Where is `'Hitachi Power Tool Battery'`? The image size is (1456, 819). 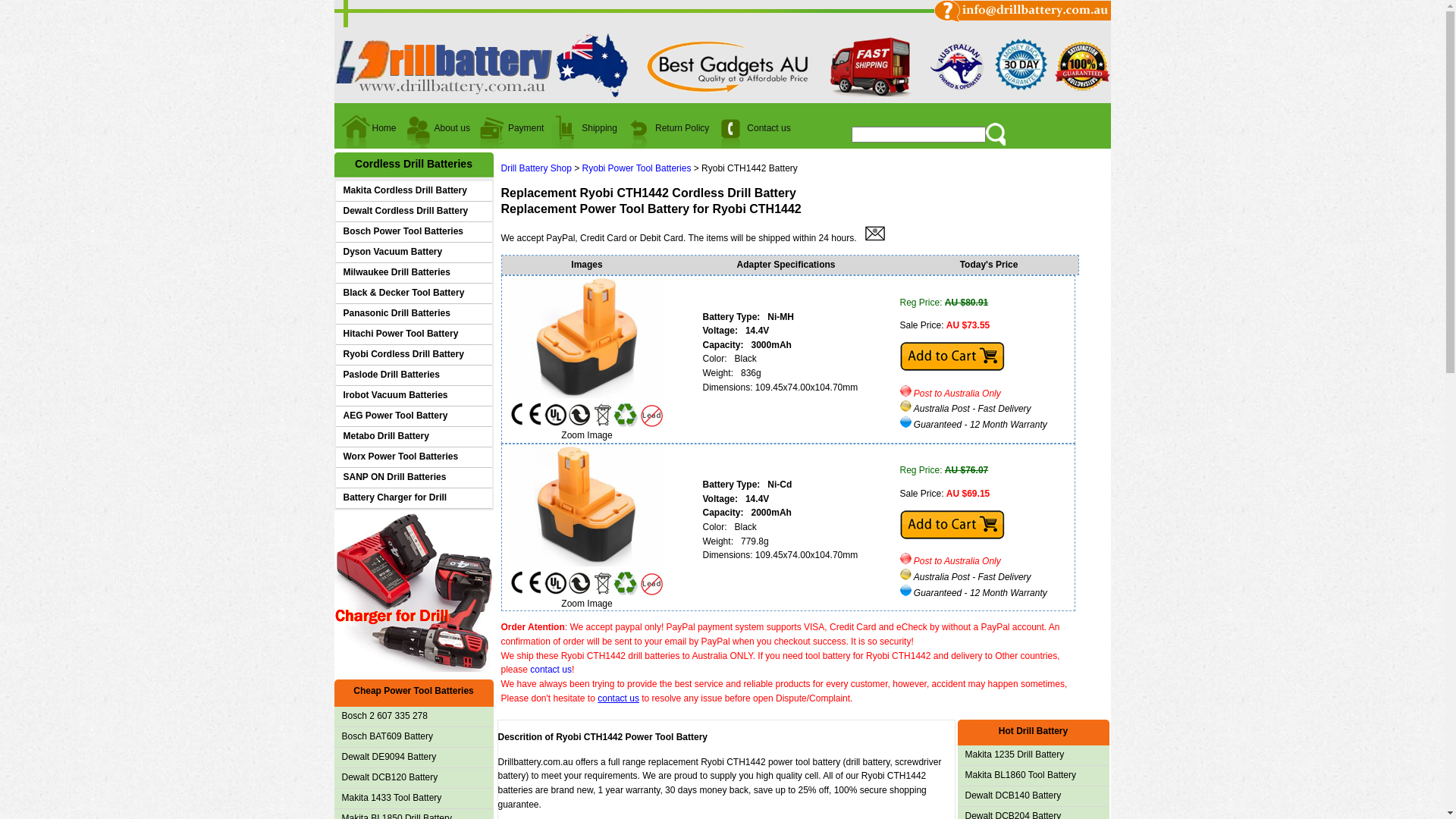
'Hitachi Power Tool Battery' is located at coordinates (334, 333).